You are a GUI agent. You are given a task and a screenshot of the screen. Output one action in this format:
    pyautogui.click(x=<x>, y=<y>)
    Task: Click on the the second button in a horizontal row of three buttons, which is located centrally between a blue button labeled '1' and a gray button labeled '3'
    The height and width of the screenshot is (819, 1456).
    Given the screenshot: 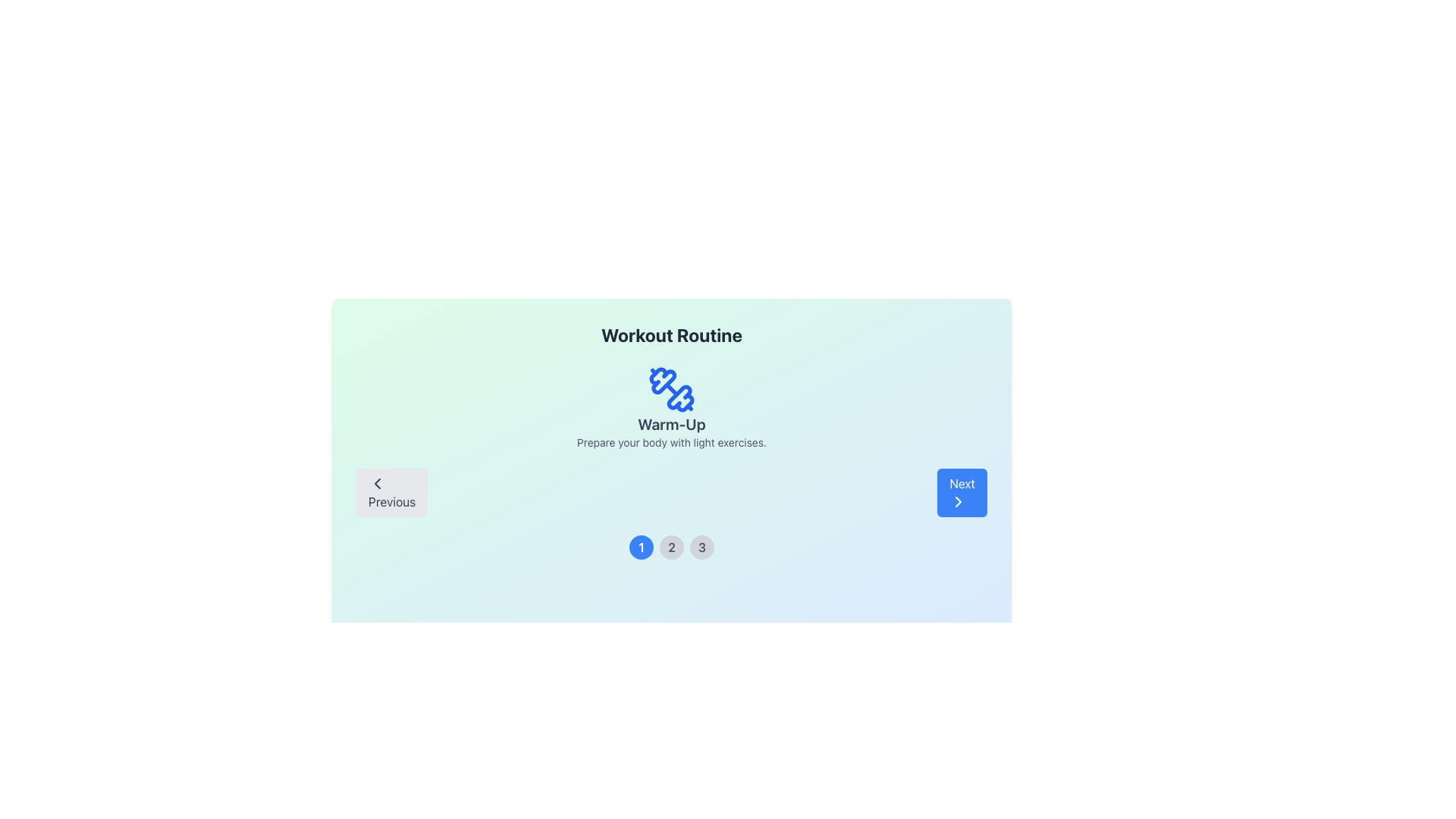 What is the action you would take?
    pyautogui.click(x=671, y=547)
    